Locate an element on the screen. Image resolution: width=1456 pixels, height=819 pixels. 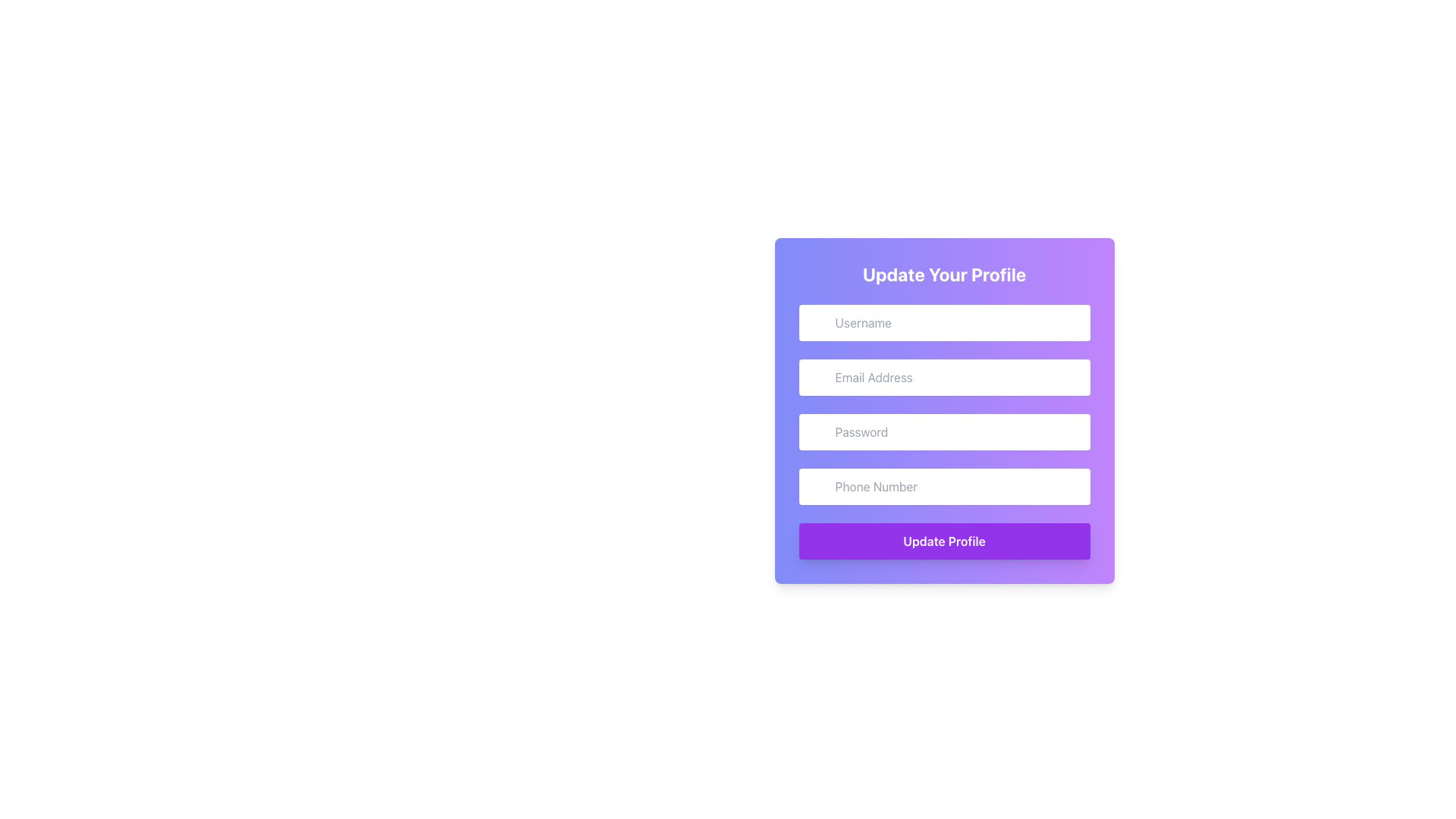
the email input field located is located at coordinates (943, 376).